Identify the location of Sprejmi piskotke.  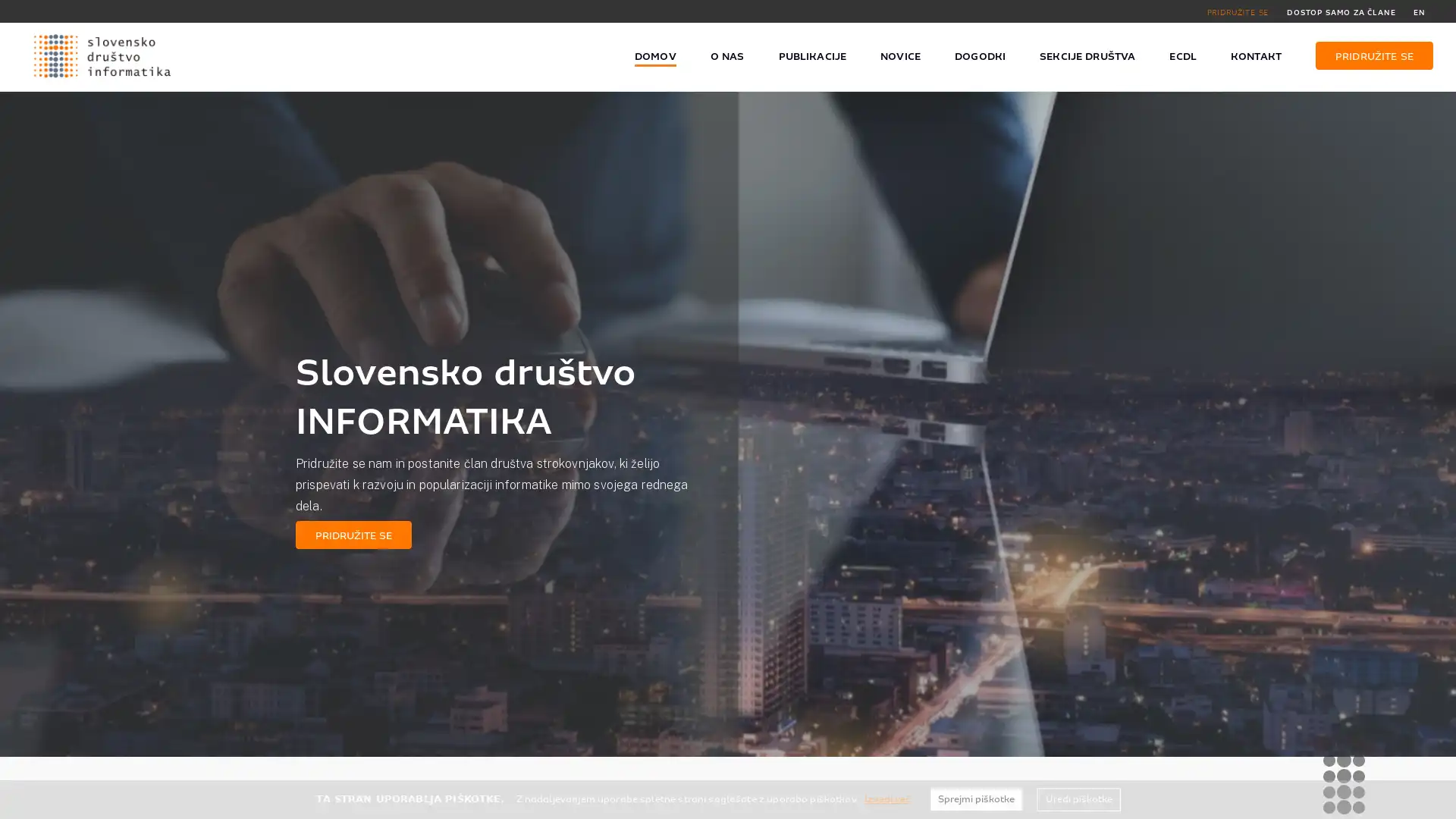
(975, 799).